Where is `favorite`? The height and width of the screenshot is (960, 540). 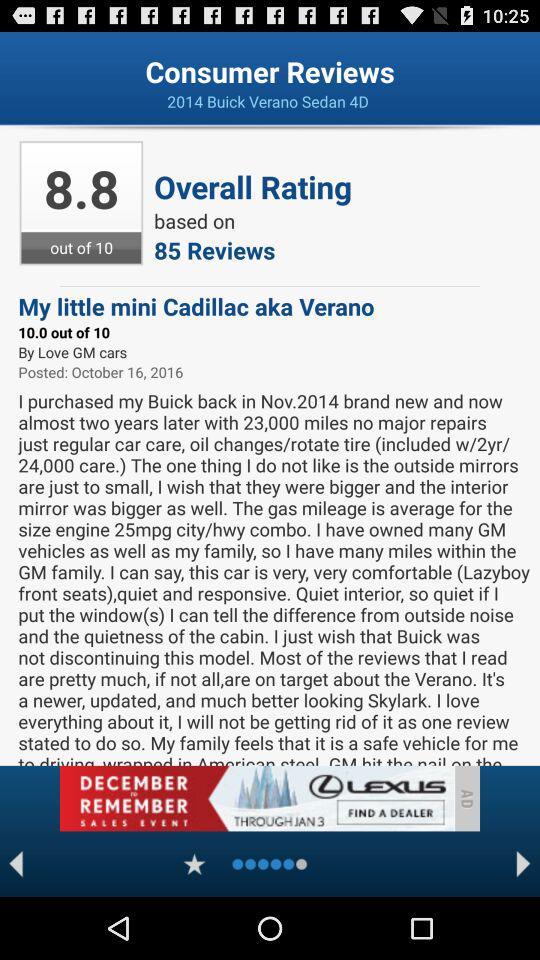
favorite is located at coordinates (194, 863).